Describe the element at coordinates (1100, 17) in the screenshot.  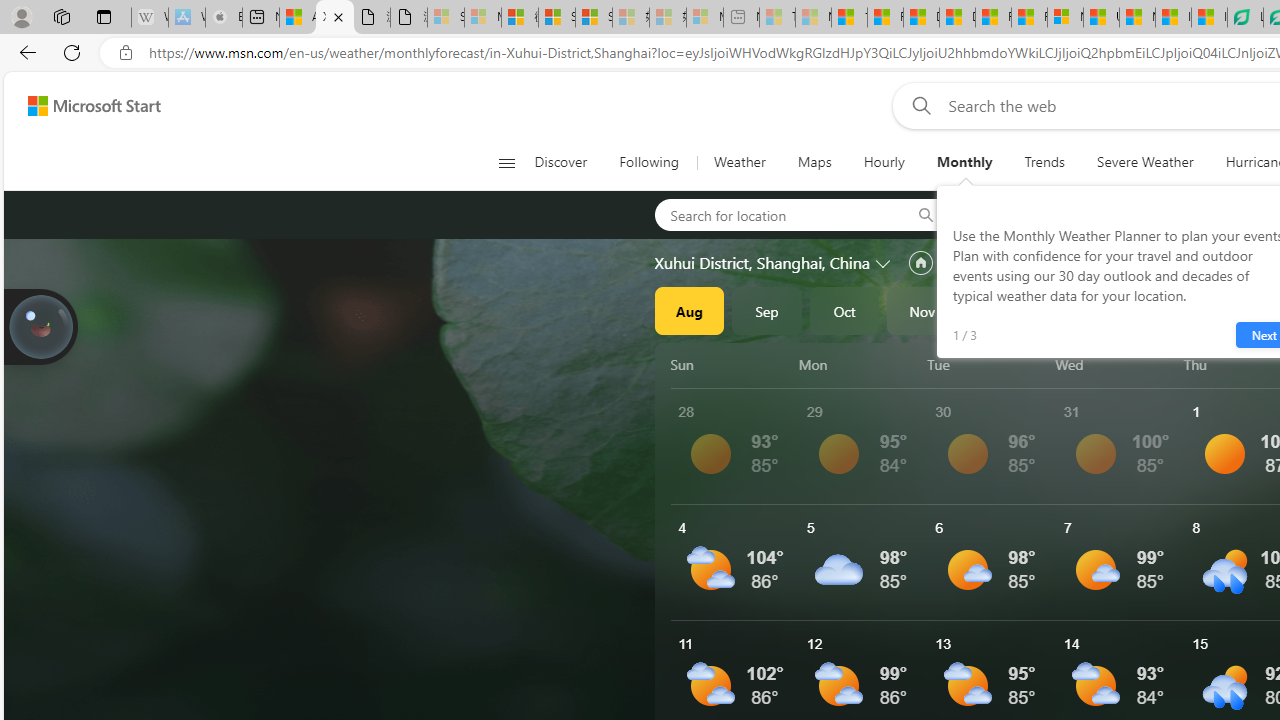
I see `'US Heat Deaths Soared To Record High Last Year'` at that location.